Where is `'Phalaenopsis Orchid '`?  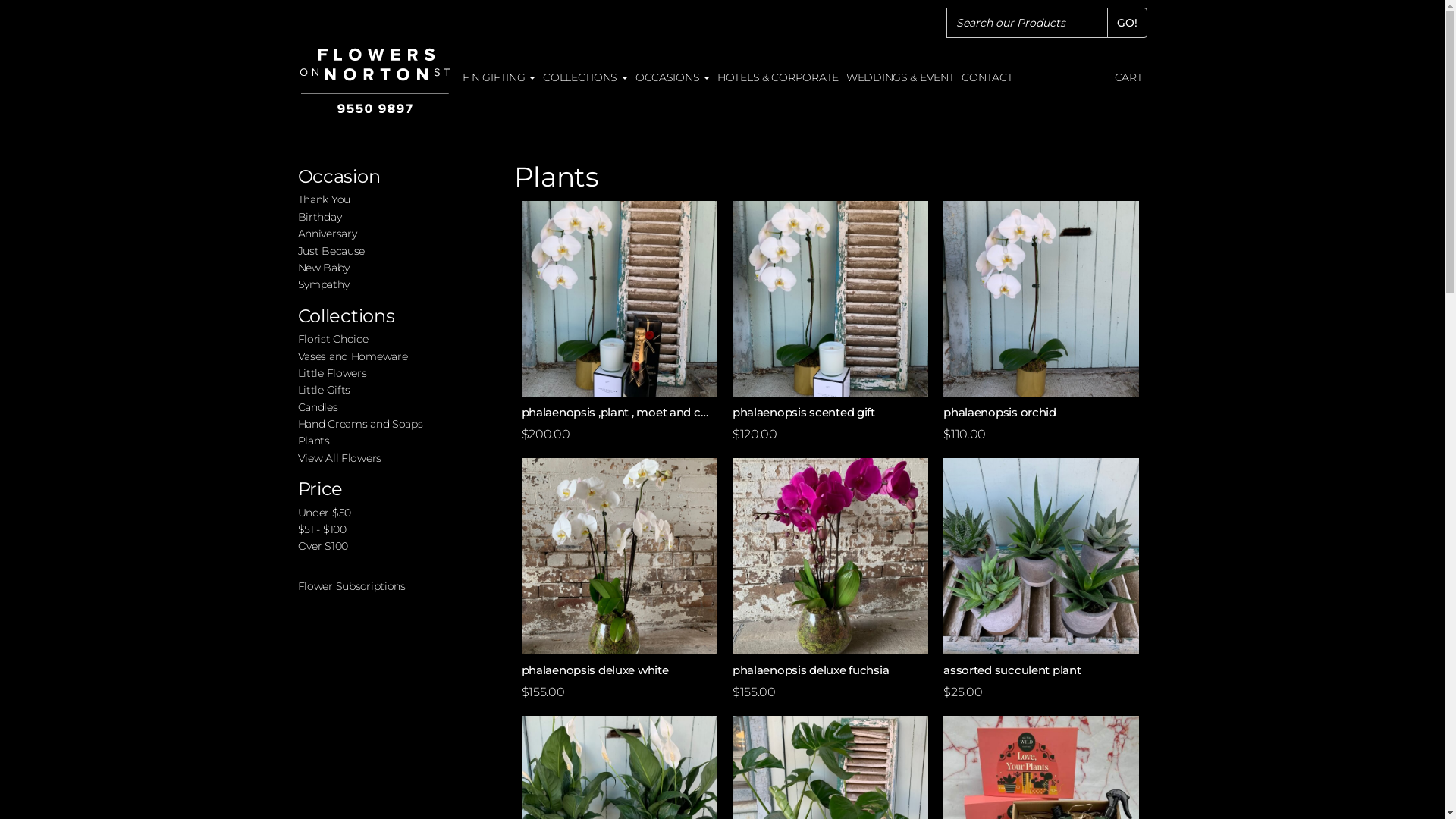 'Phalaenopsis Orchid ' is located at coordinates (1040, 298).